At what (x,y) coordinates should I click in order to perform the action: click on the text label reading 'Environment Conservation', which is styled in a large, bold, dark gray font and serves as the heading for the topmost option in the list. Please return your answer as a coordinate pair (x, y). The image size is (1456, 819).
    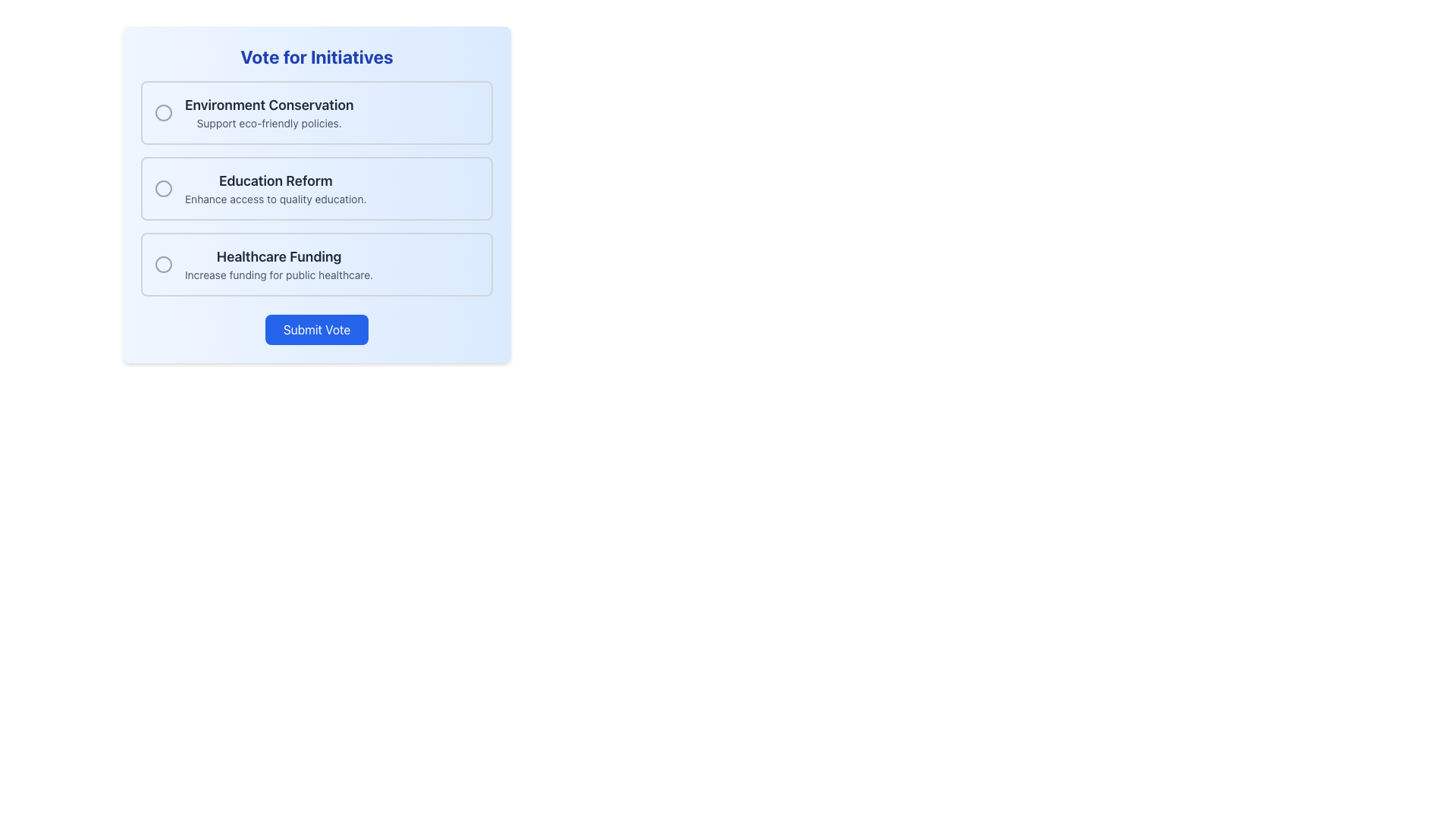
    Looking at the image, I should click on (269, 104).